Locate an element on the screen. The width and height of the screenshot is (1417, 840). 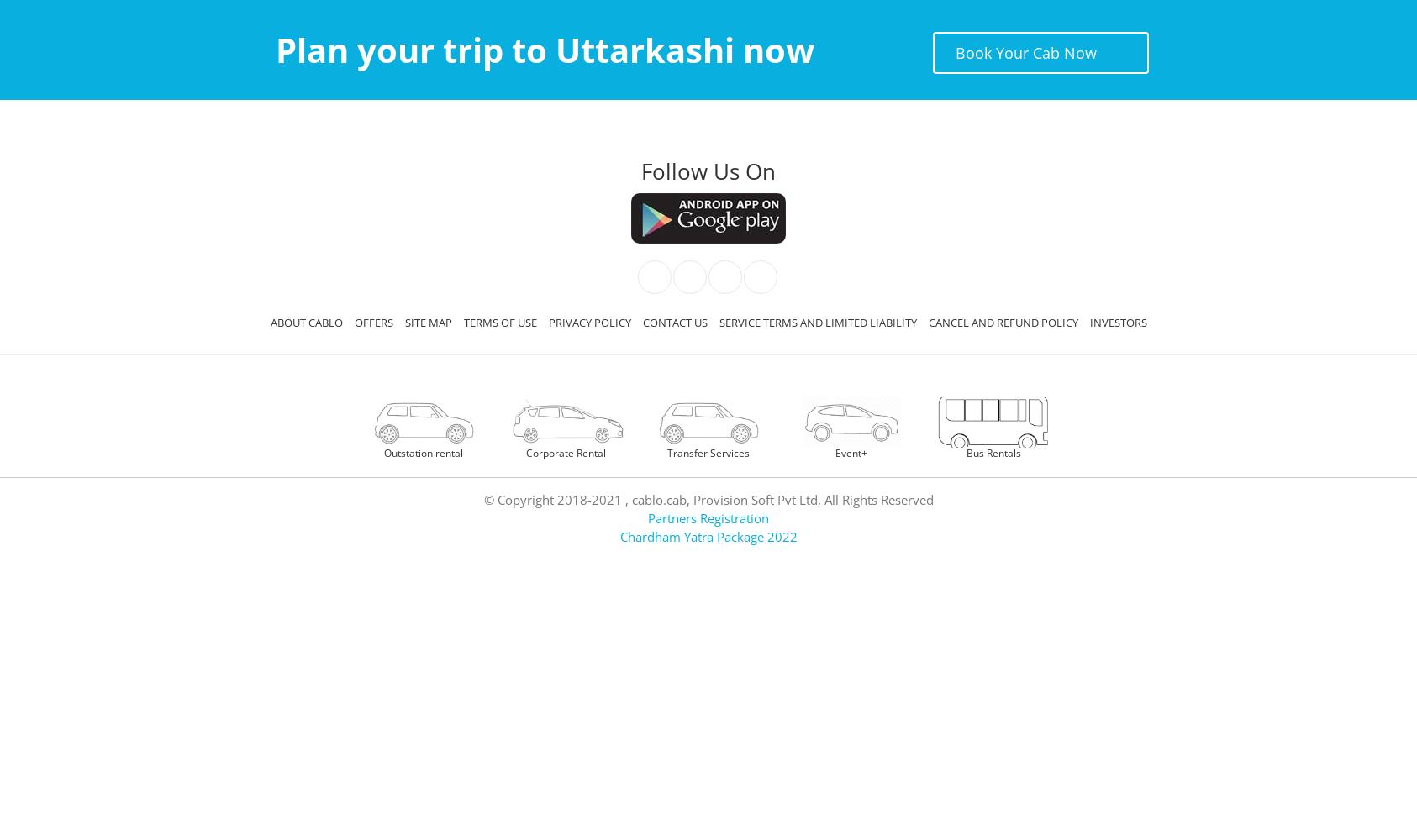
'Corporate Rental' is located at coordinates (564, 453).